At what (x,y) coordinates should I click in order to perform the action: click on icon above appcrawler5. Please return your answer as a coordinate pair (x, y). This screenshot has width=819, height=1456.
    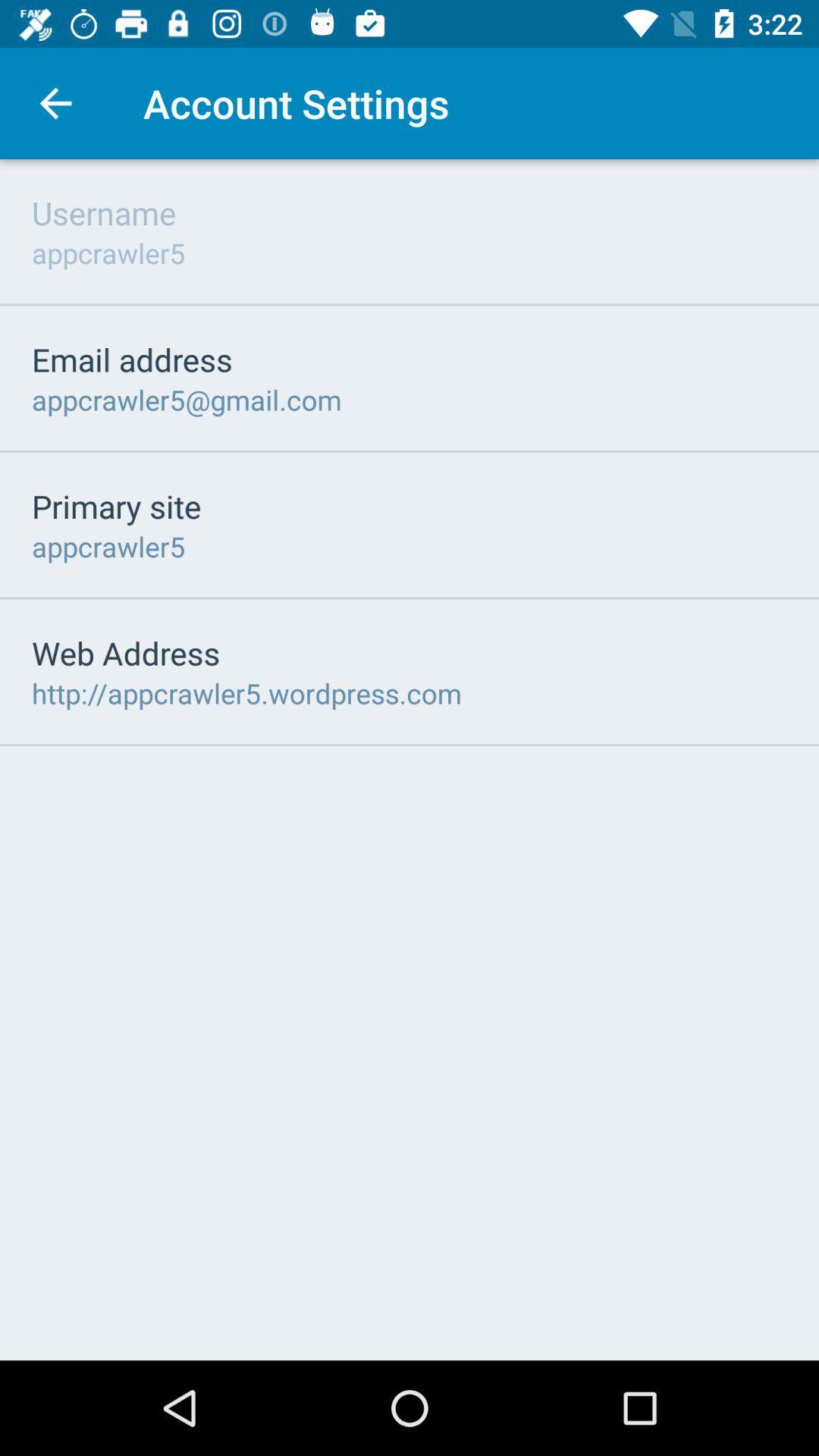
    Looking at the image, I should click on (103, 212).